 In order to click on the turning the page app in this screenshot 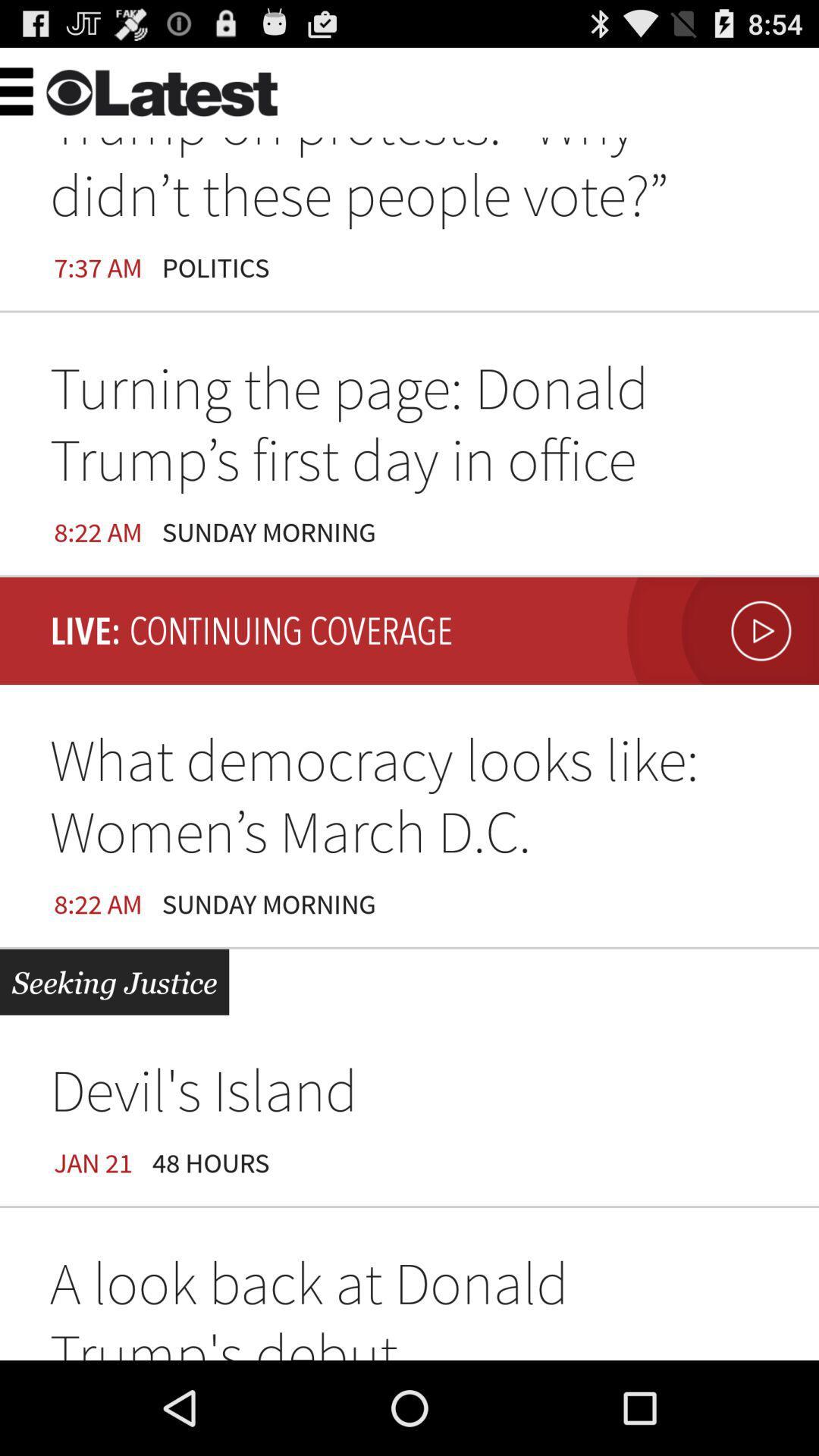, I will do `click(409, 428)`.